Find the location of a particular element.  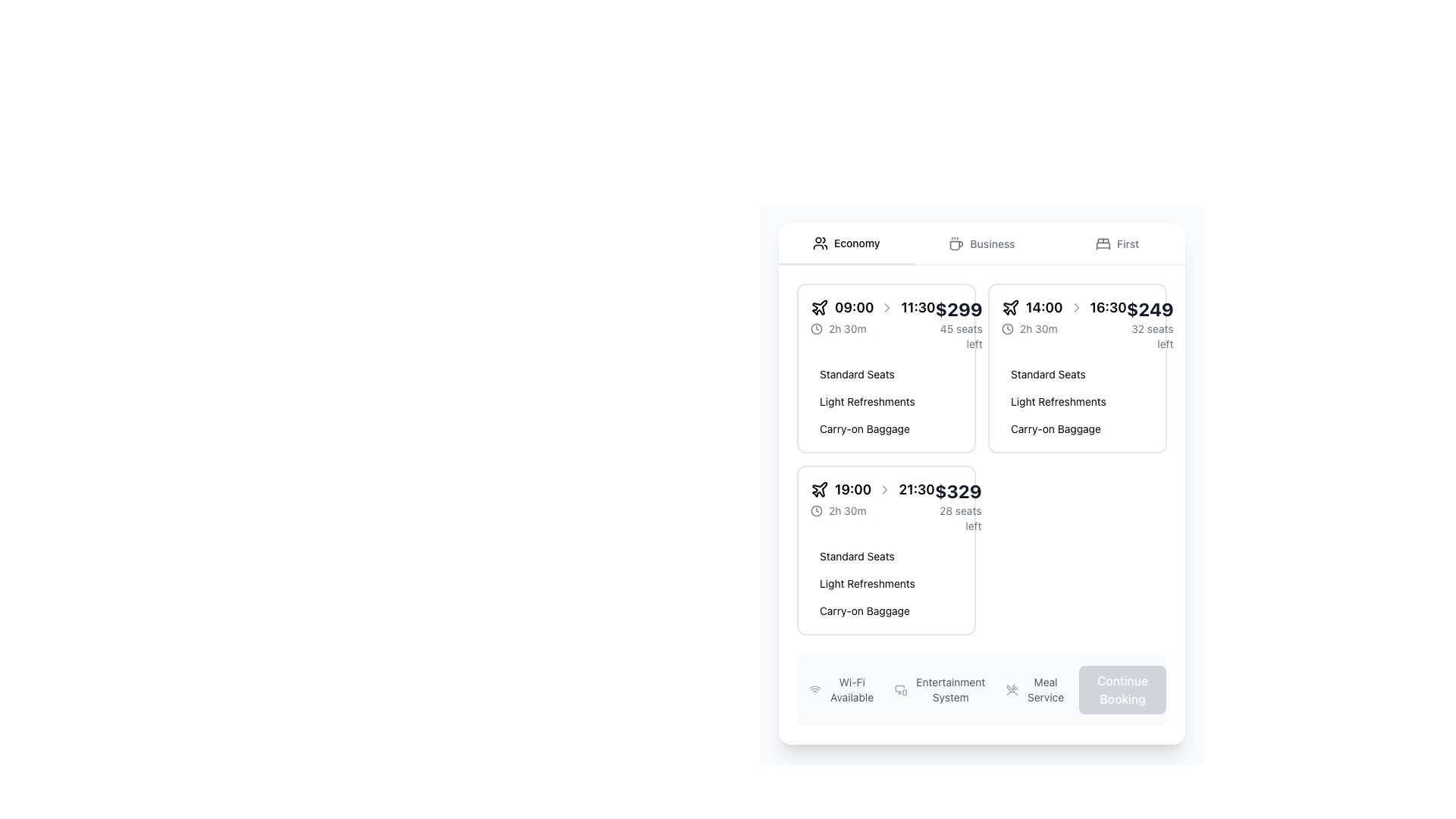

the informational display component showing flight time details, which includes an airplane icon and times '14:00' and '16:30' is located at coordinates (1063, 315).